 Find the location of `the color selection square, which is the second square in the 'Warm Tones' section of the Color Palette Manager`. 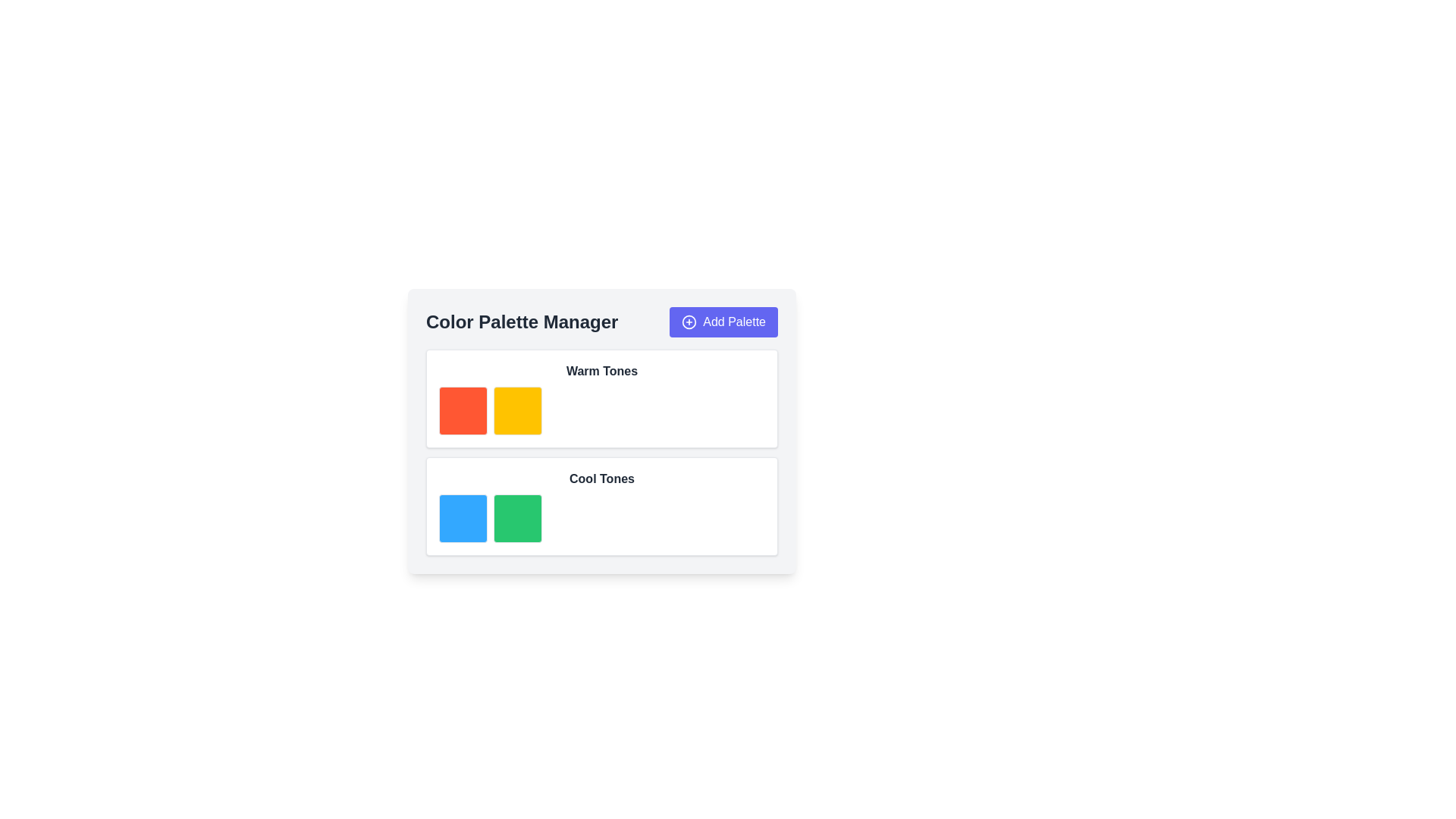

the color selection square, which is the second square in the 'Warm Tones' section of the Color Palette Manager is located at coordinates (517, 411).